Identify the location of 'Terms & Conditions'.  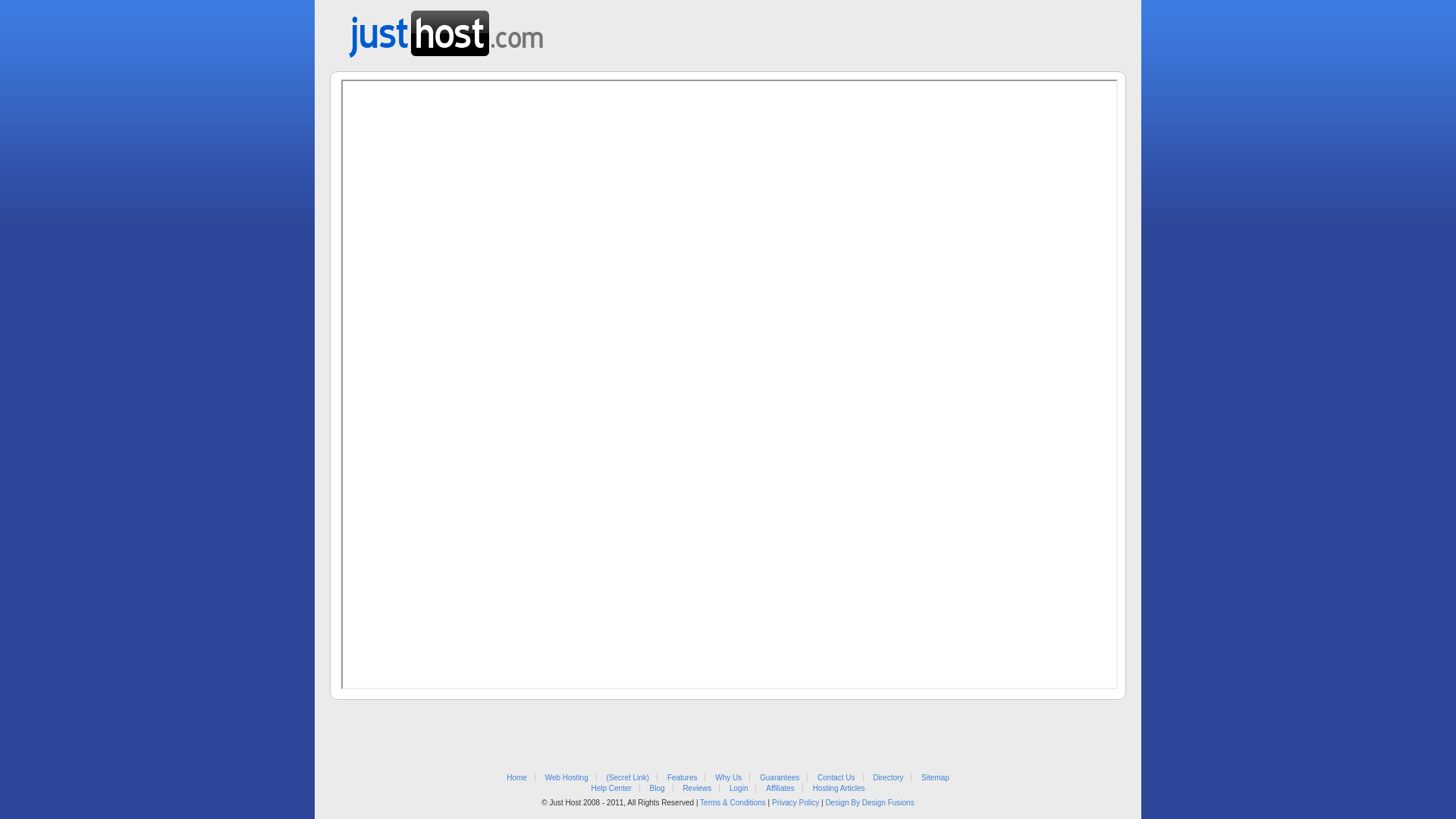
(733, 802).